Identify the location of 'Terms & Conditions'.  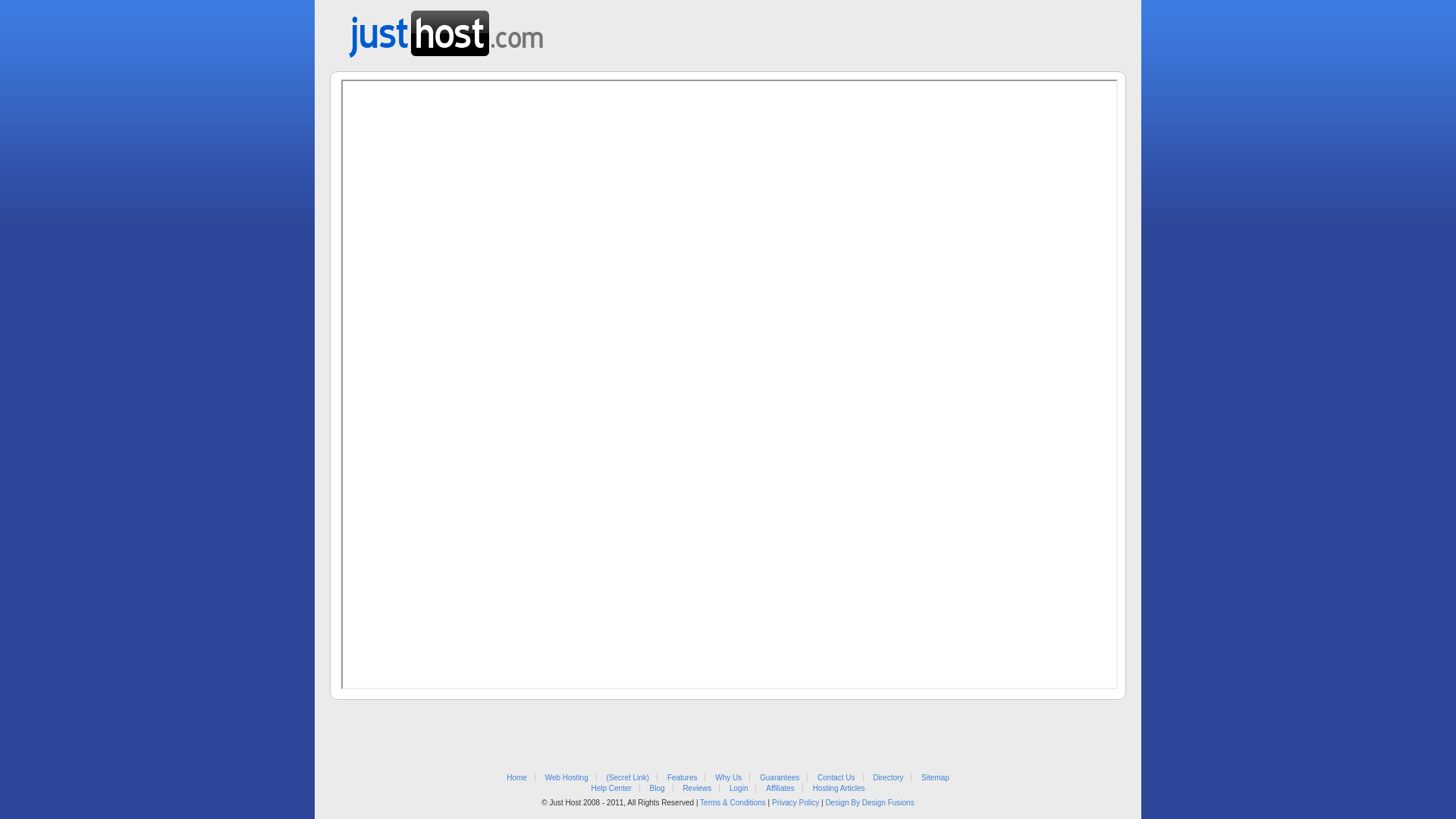
(733, 802).